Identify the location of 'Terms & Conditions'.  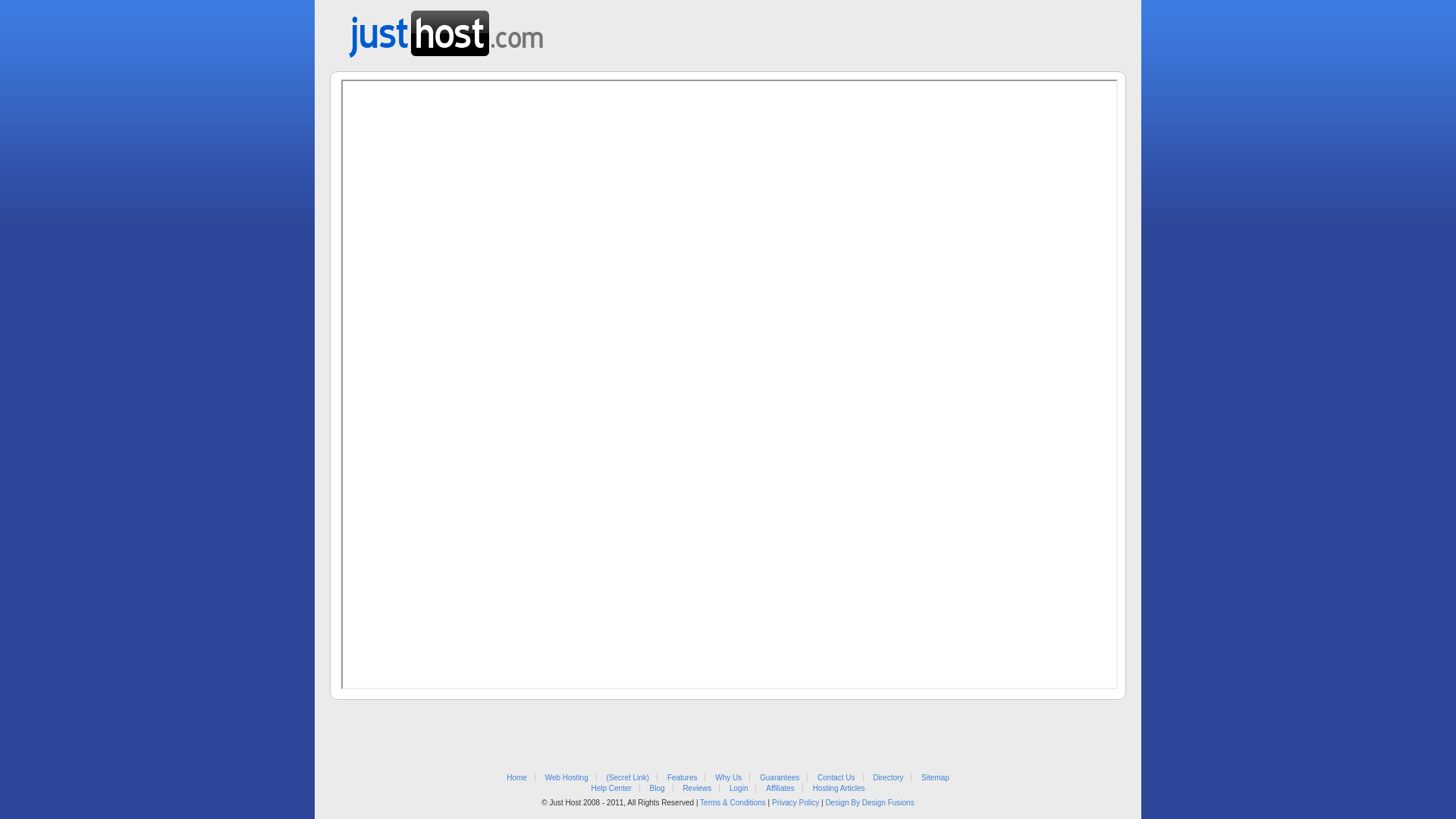
(733, 802).